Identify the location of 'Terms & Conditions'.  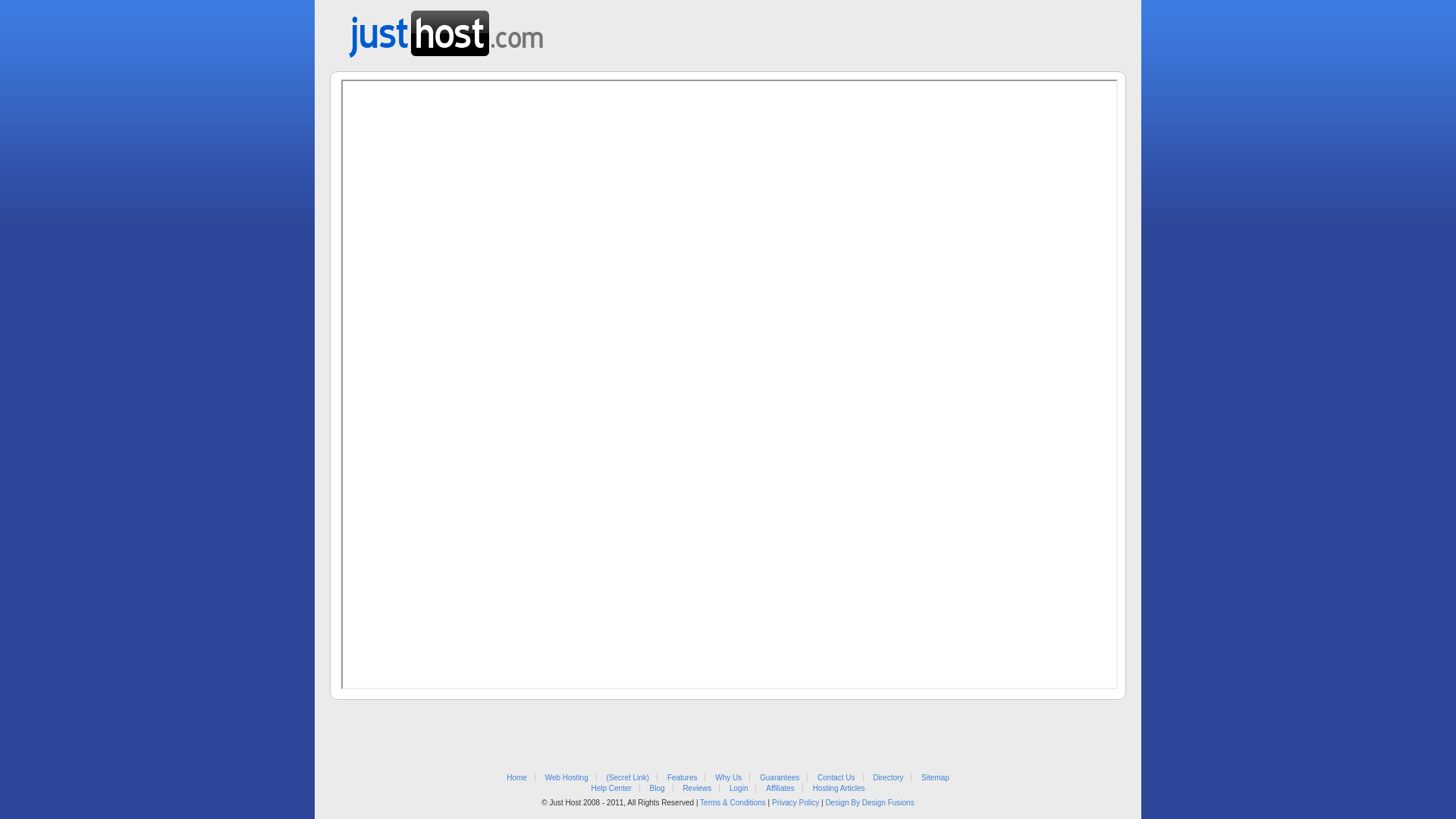
(733, 802).